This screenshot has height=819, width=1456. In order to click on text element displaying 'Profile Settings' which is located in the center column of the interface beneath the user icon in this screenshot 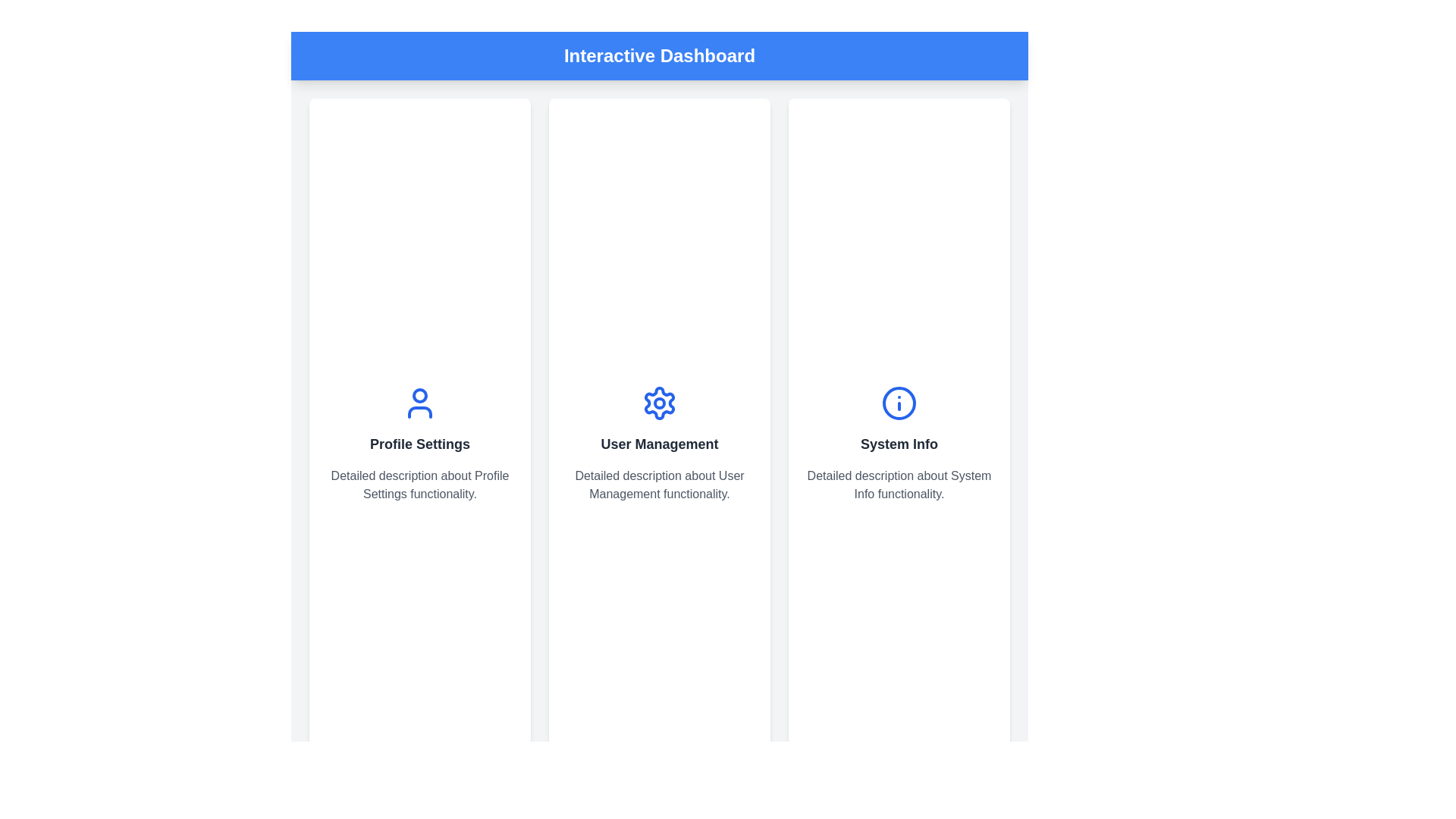, I will do `click(419, 444)`.